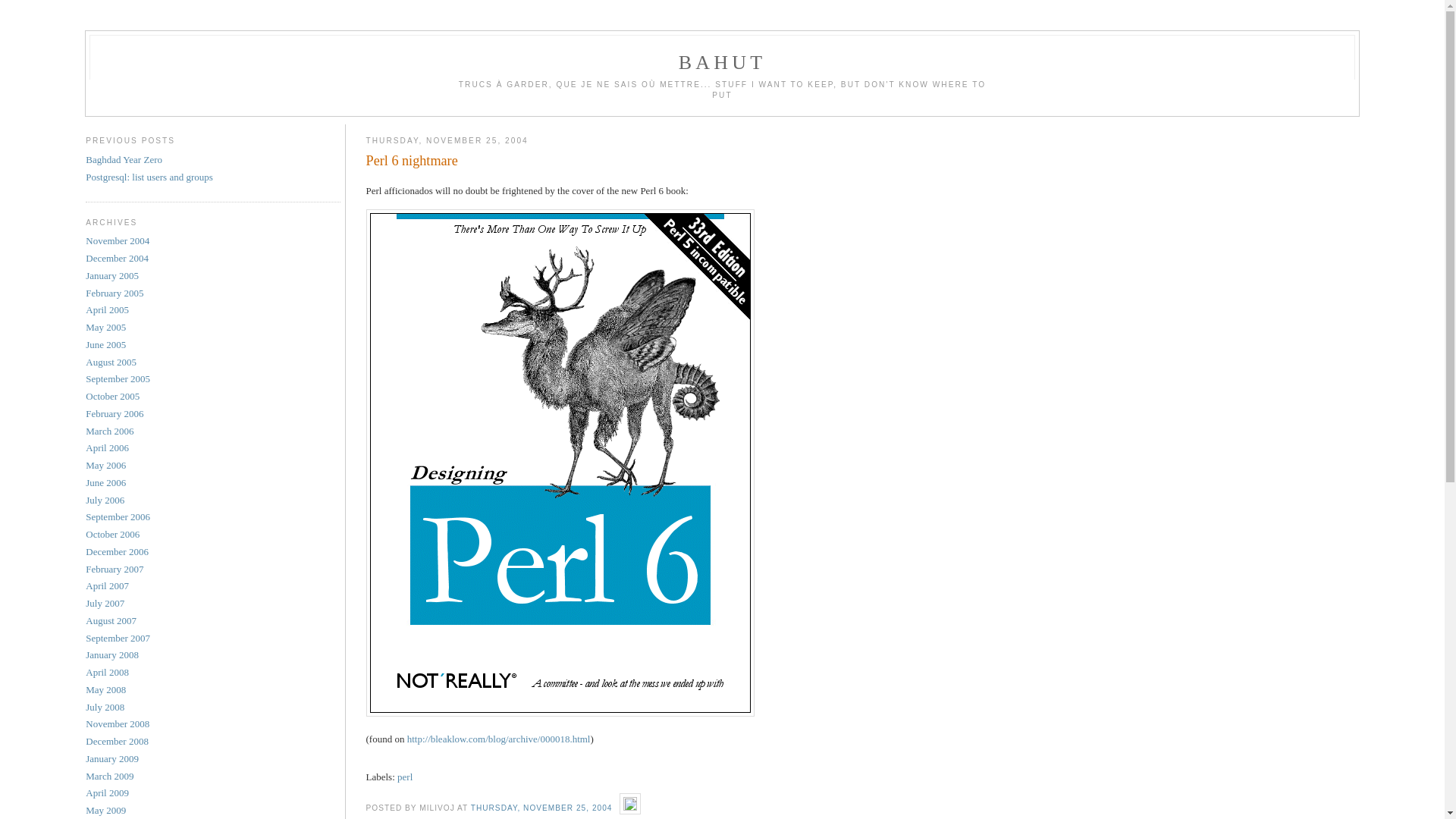  Describe the element at coordinates (104, 602) in the screenshot. I see `'July 2007'` at that location.